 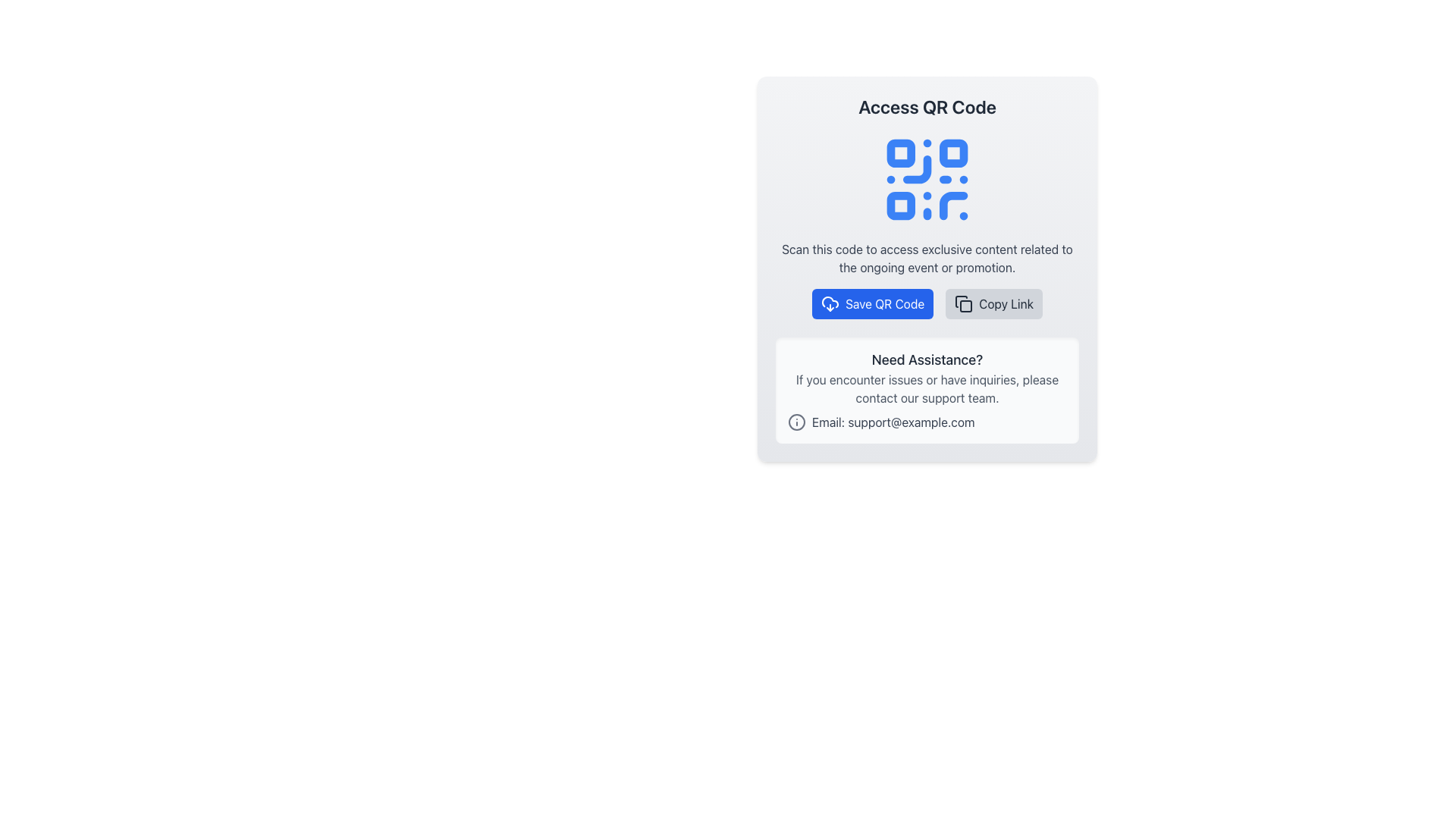 I want to click on the icon that represents the copy or duplication functionality, located just below the 'Save QR Code' button and to the right of the 'Copy Link' button in the central interface panel, so click(x=961, y=301).